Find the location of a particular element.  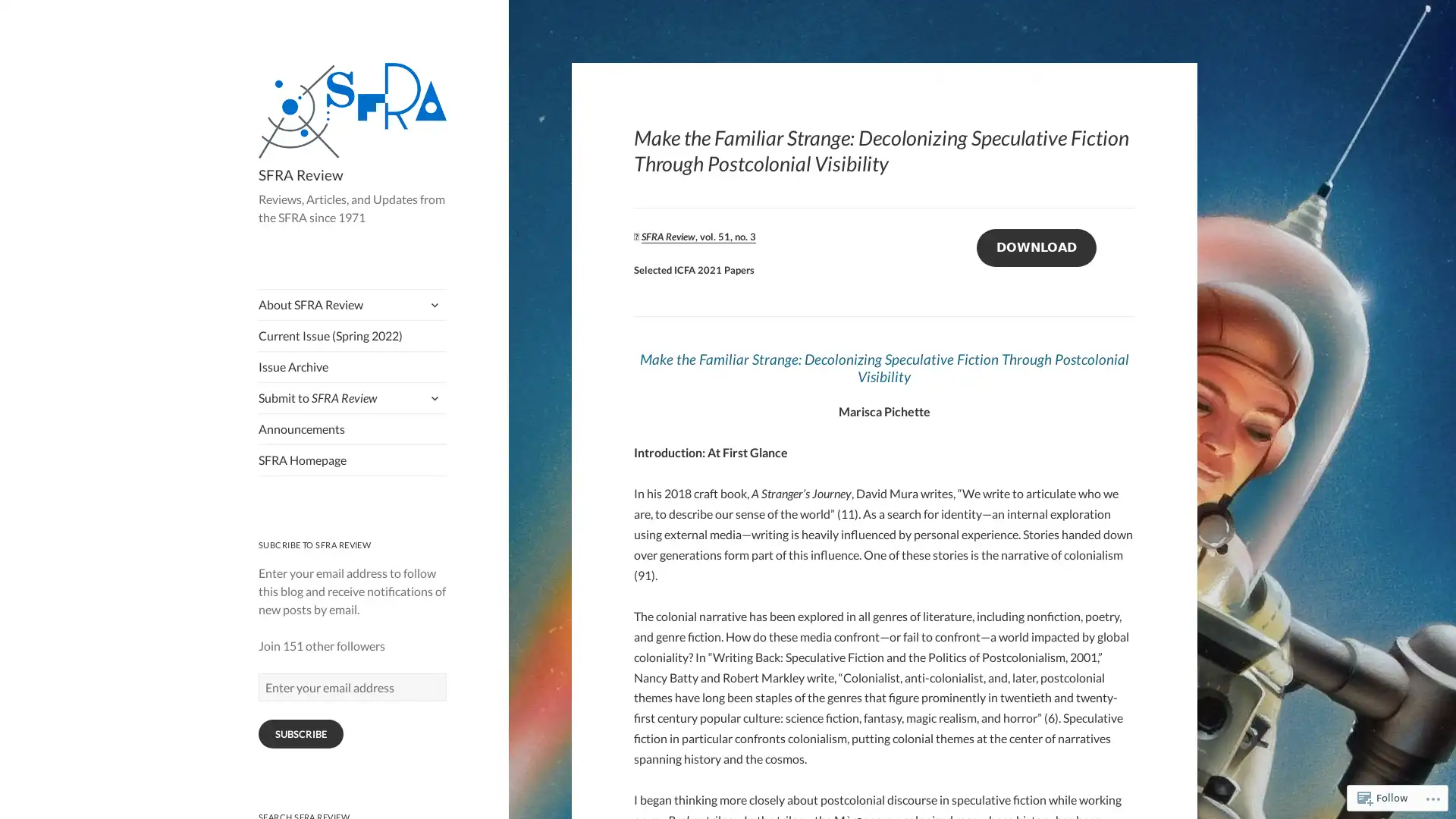

expand child menu is located at coordinates (432, 397).